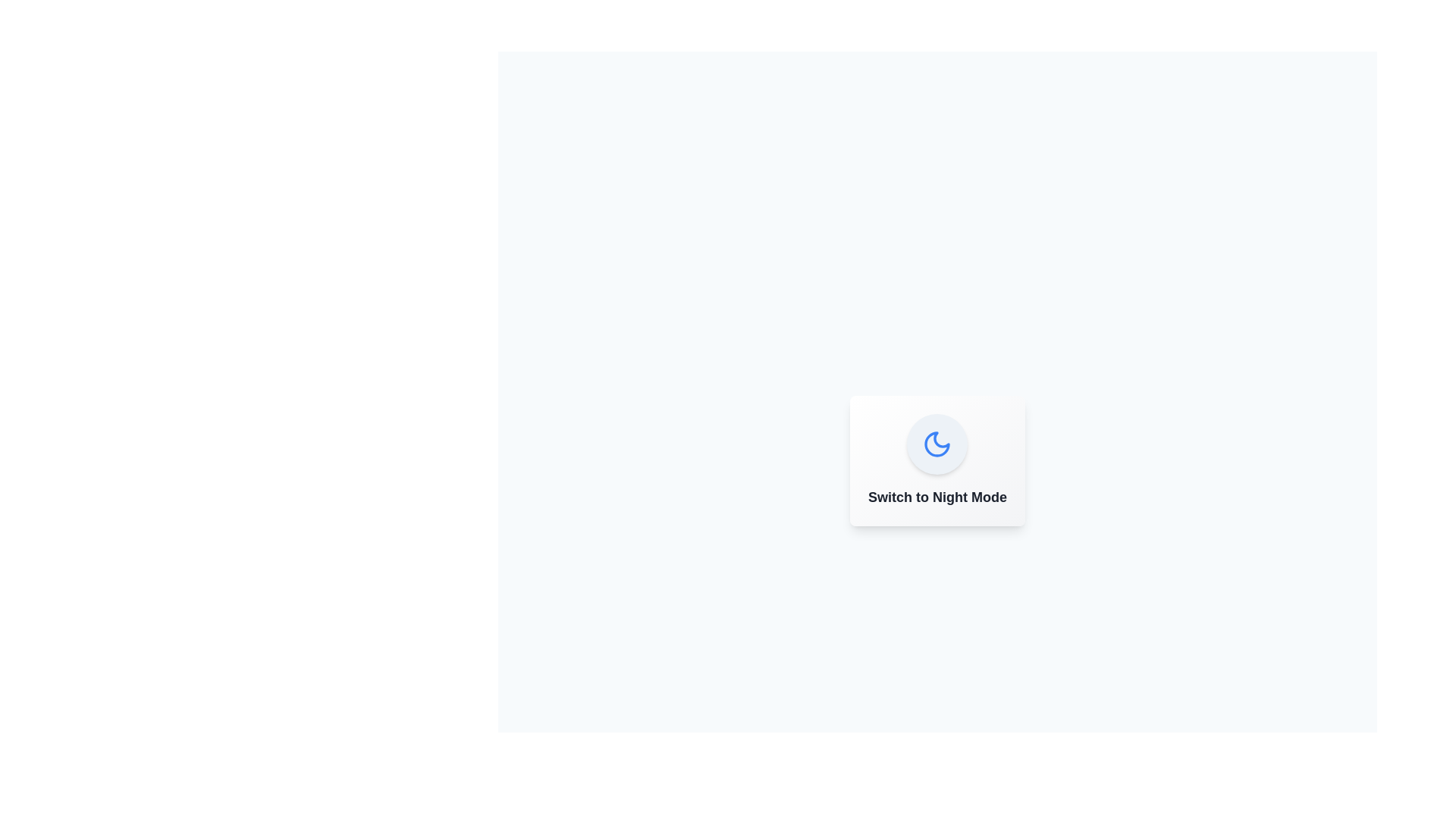  Describe the element at coordinates (937, 444) in the screenshot. I see `the button to observe visual feedback` at that location.